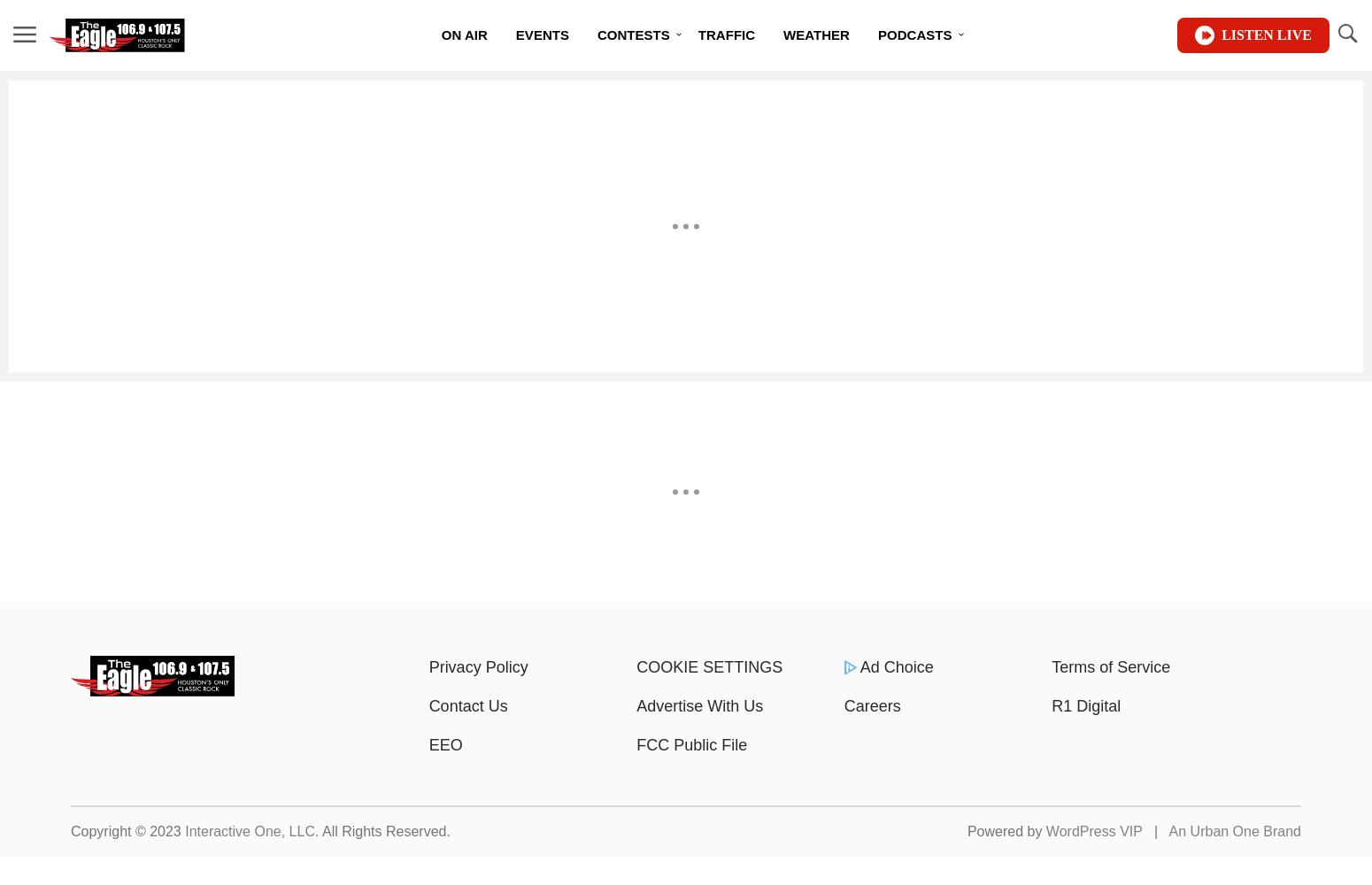  I want to click on 'EEO', so click(428, 744).